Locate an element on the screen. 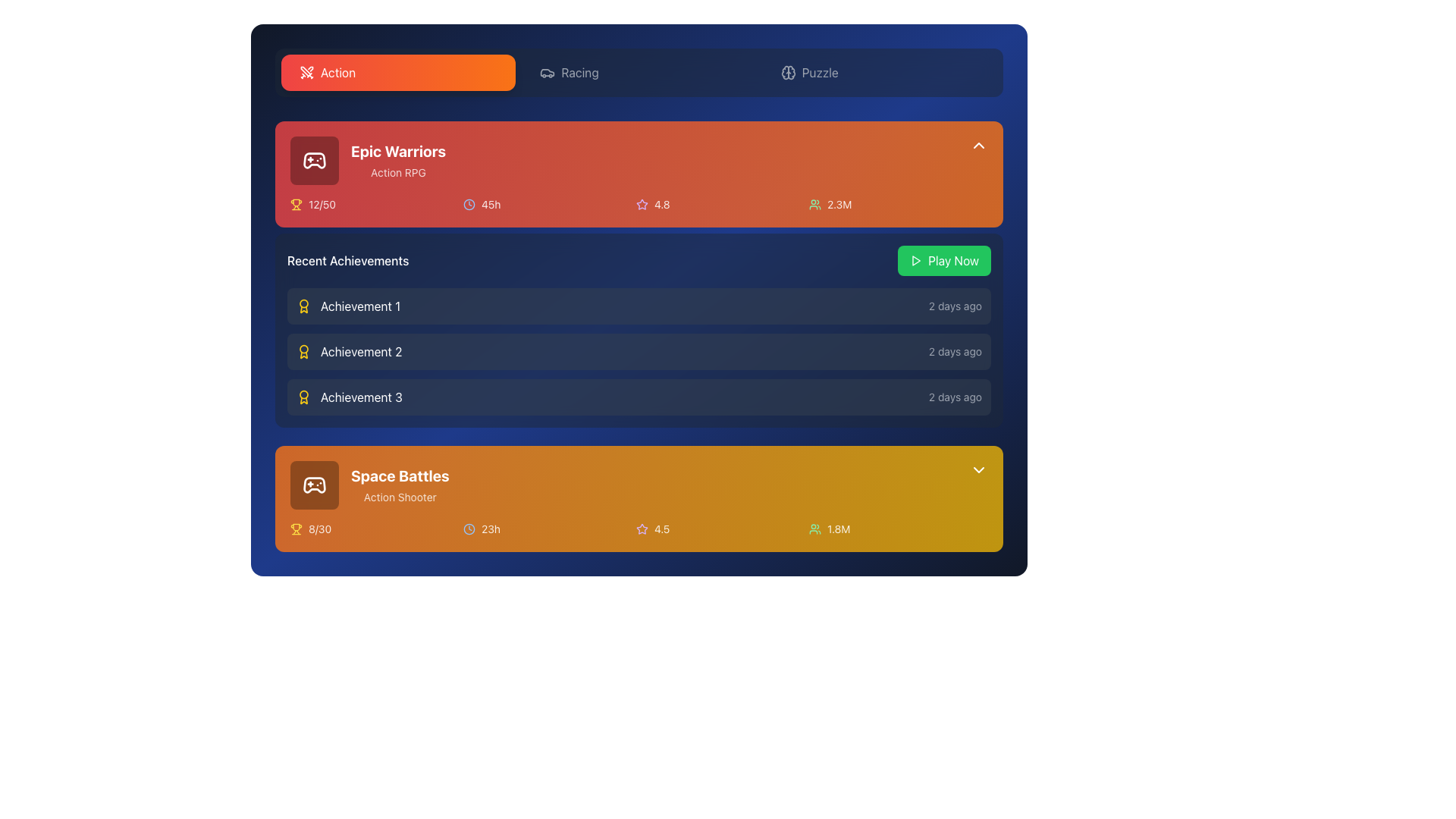 Image resolution: width=1456 pixels, height=819 pixels. the game summary card for 'Epic Warriors', which includes genre, achievements, playtime, rating, and number of players, positioned at the top right below the tab navigation bar is located at coordinates (639, 174).